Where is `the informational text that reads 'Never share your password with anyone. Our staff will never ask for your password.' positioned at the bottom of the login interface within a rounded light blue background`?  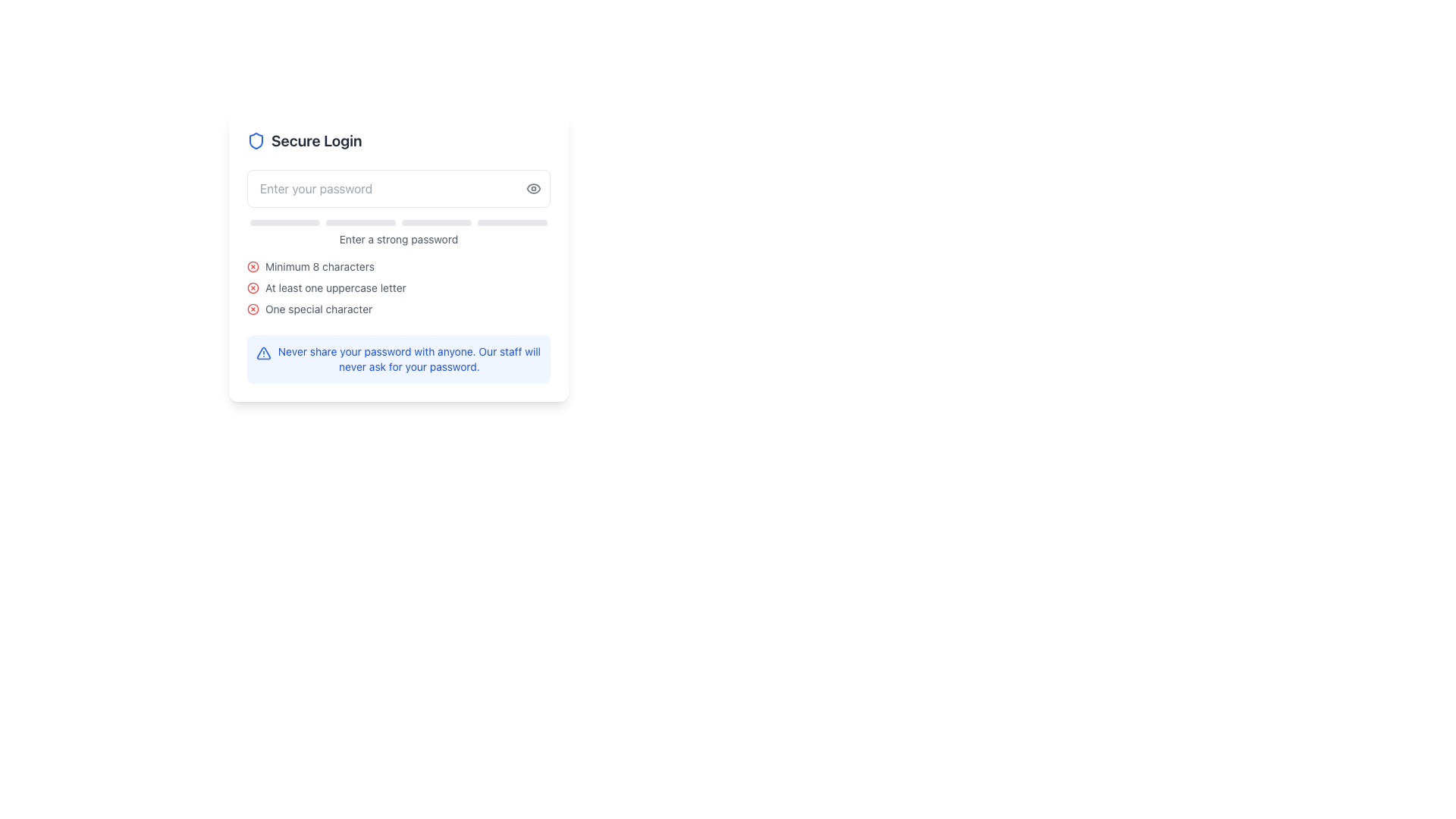 the informational text that reads 'Never share your password with anyone. Our staff will never ask for your password.' positioned at the bottom of the login interface within a rounded light blue background is located at coordinates (409, 359).